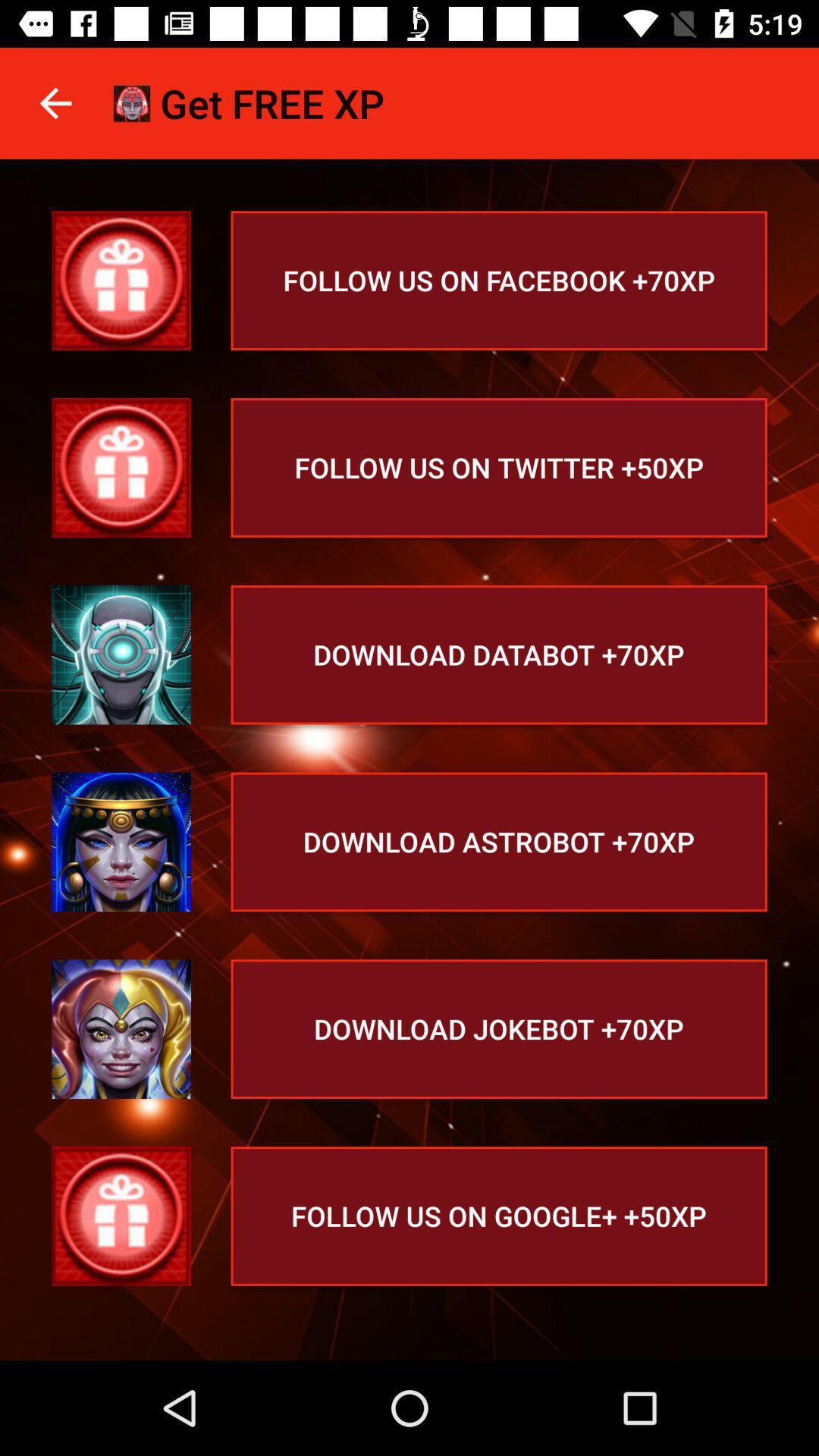 This screenshot has width=819, height=1456. Describe the element at coordinates (121, 281) in the screenshot. I see `switch to pickup gifts` at that location.